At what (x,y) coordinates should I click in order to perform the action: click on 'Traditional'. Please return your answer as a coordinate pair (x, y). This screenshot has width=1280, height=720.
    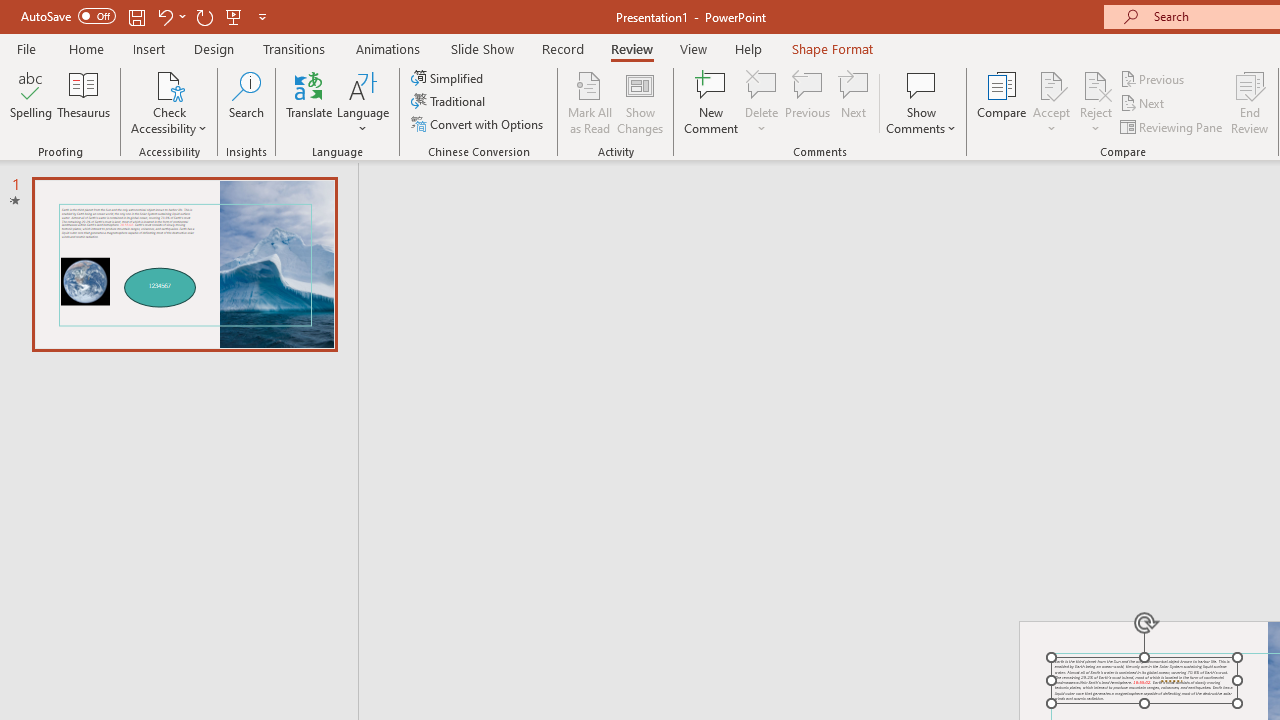
    Looking at the image, I should click on (448, 101).